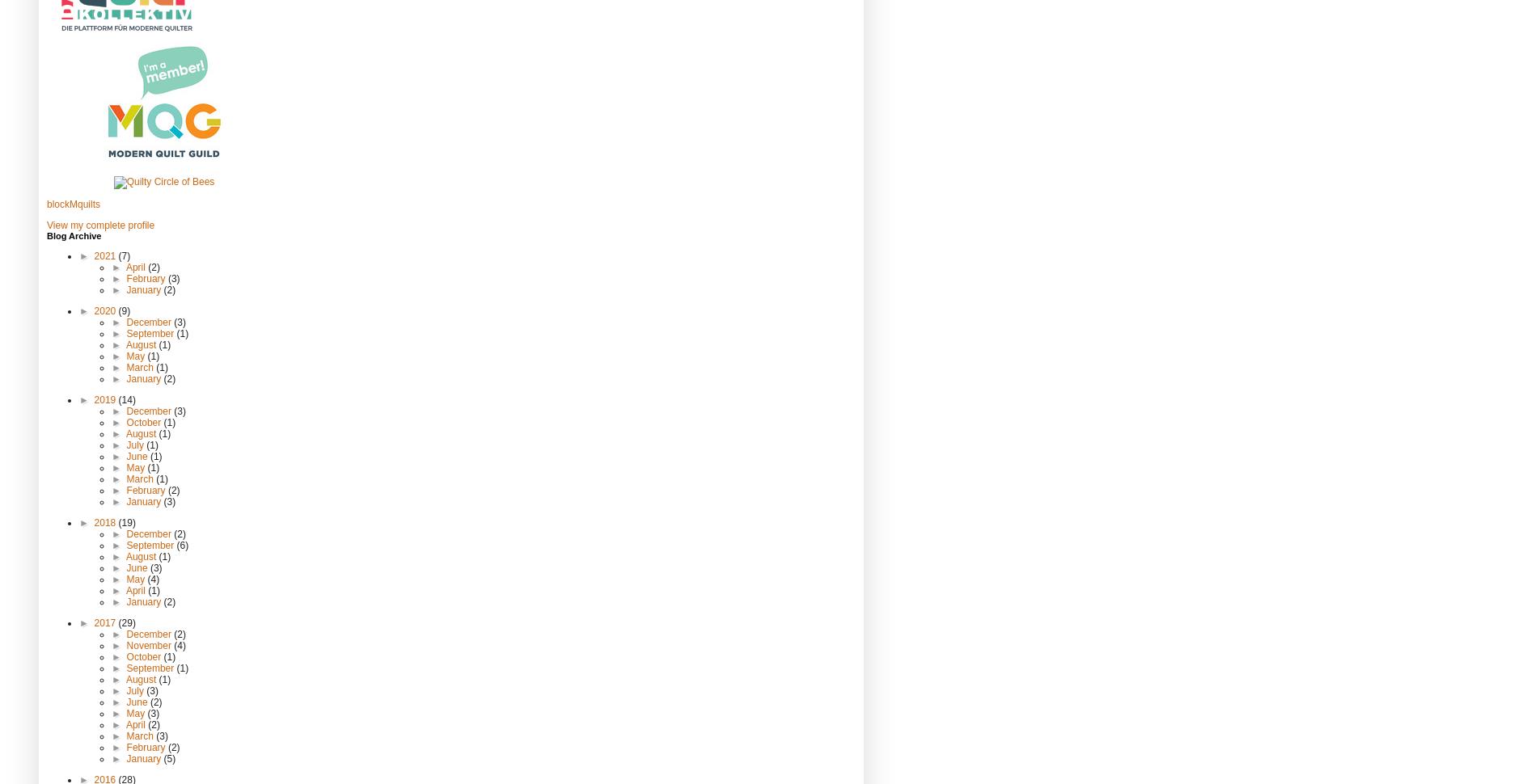  I want to click on '2020', so click(93, 310).